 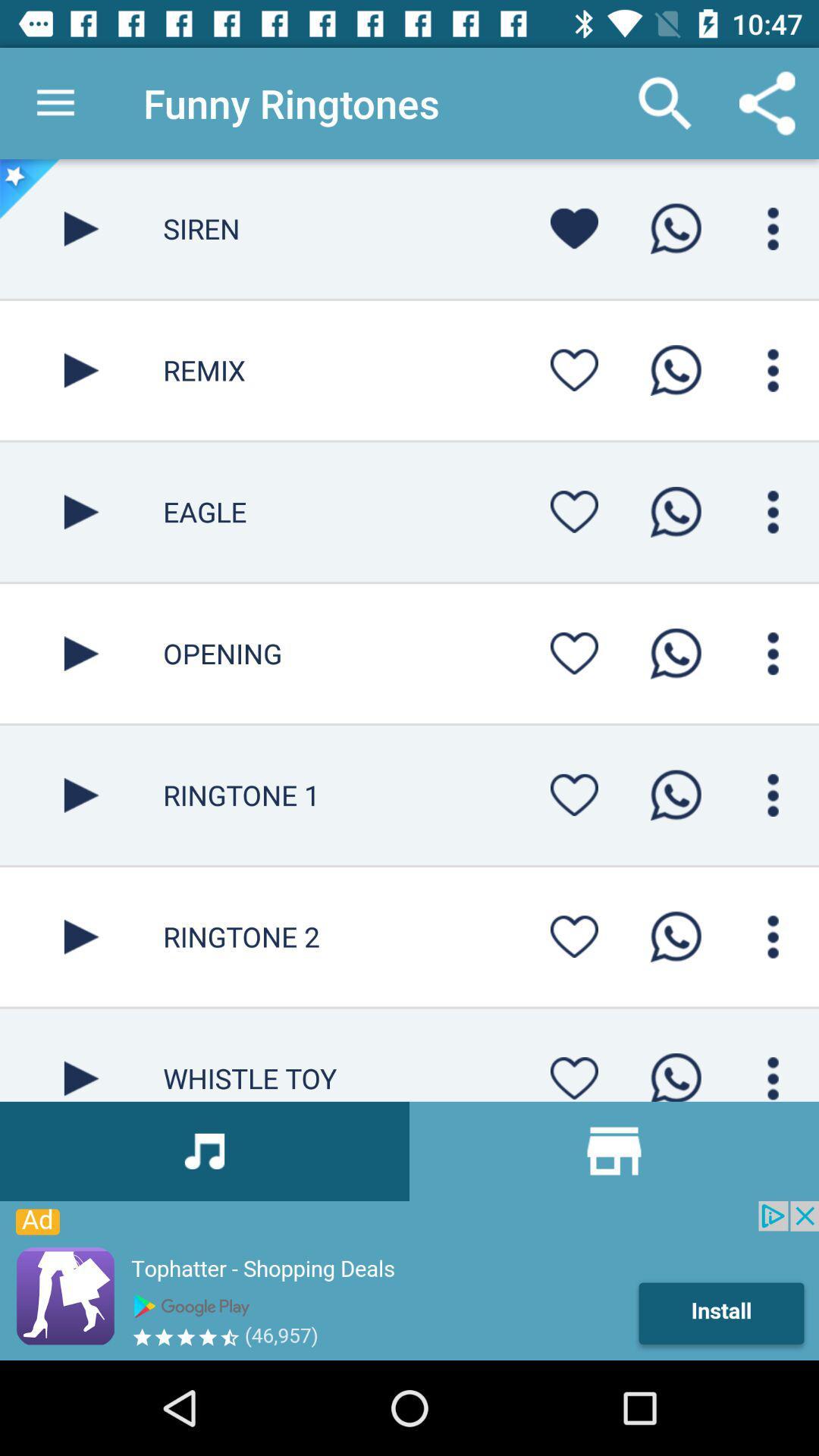 What do you see at coordinates (81, 227) in the screenshot?
I see `button` at bounding box center [81, 227].